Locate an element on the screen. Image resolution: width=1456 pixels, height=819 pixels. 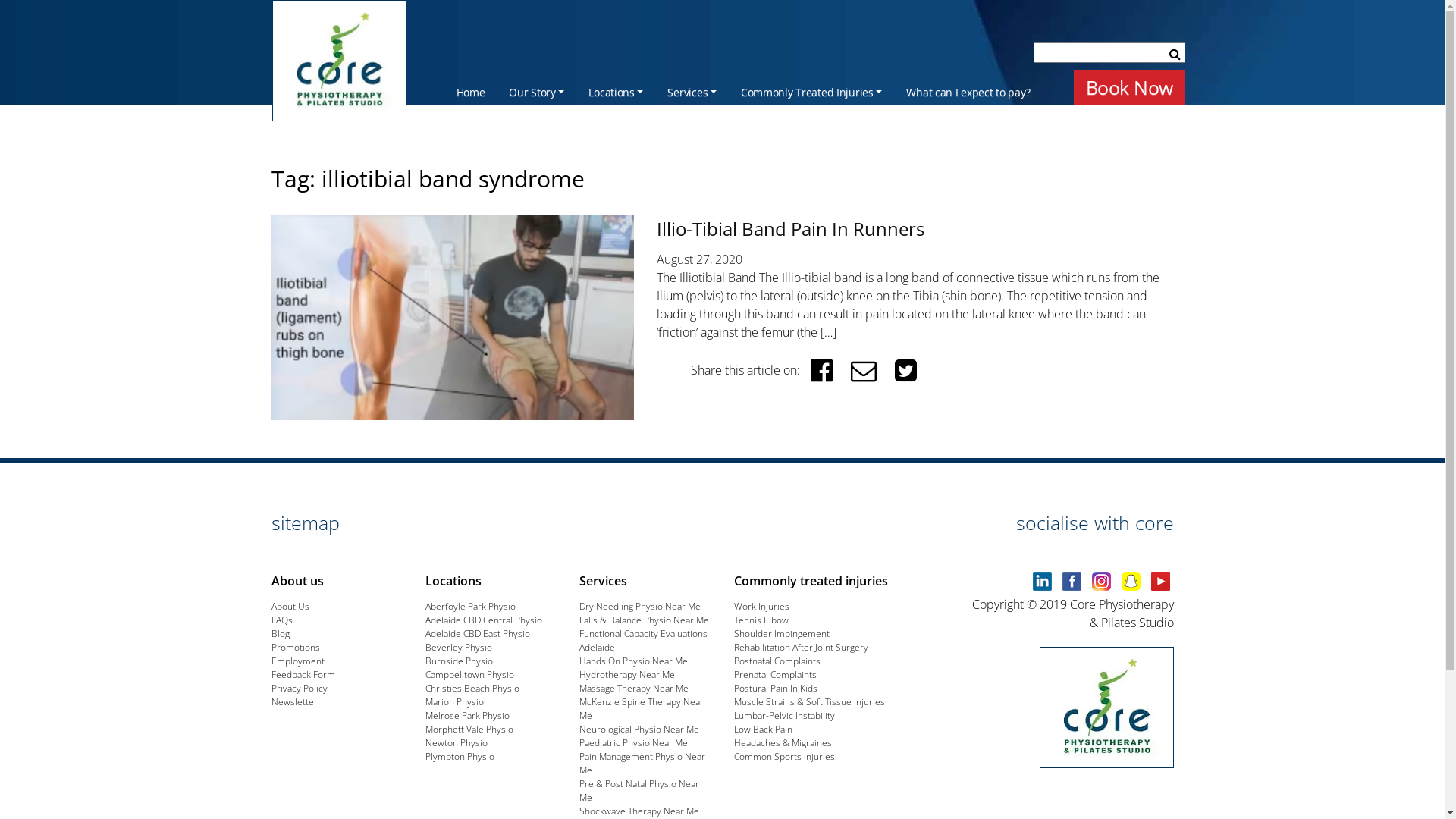
'What can I expect to pay?' is located at coordinates (967, 91).